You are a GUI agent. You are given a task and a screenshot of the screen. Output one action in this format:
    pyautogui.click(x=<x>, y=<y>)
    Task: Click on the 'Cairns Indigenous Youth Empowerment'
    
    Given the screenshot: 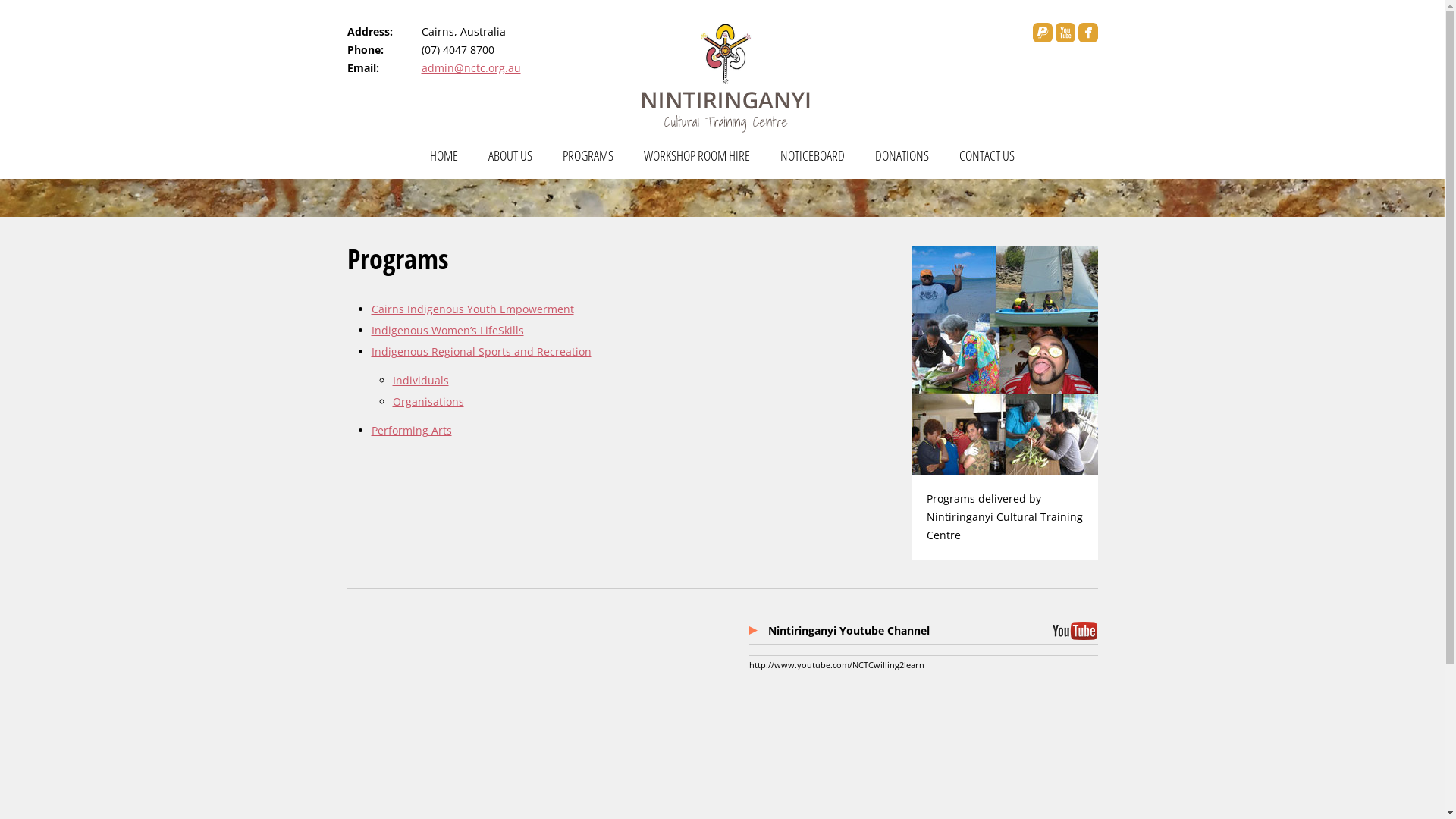 What is the action you would take?
    pyautogui.click(x=472, y=308)
    